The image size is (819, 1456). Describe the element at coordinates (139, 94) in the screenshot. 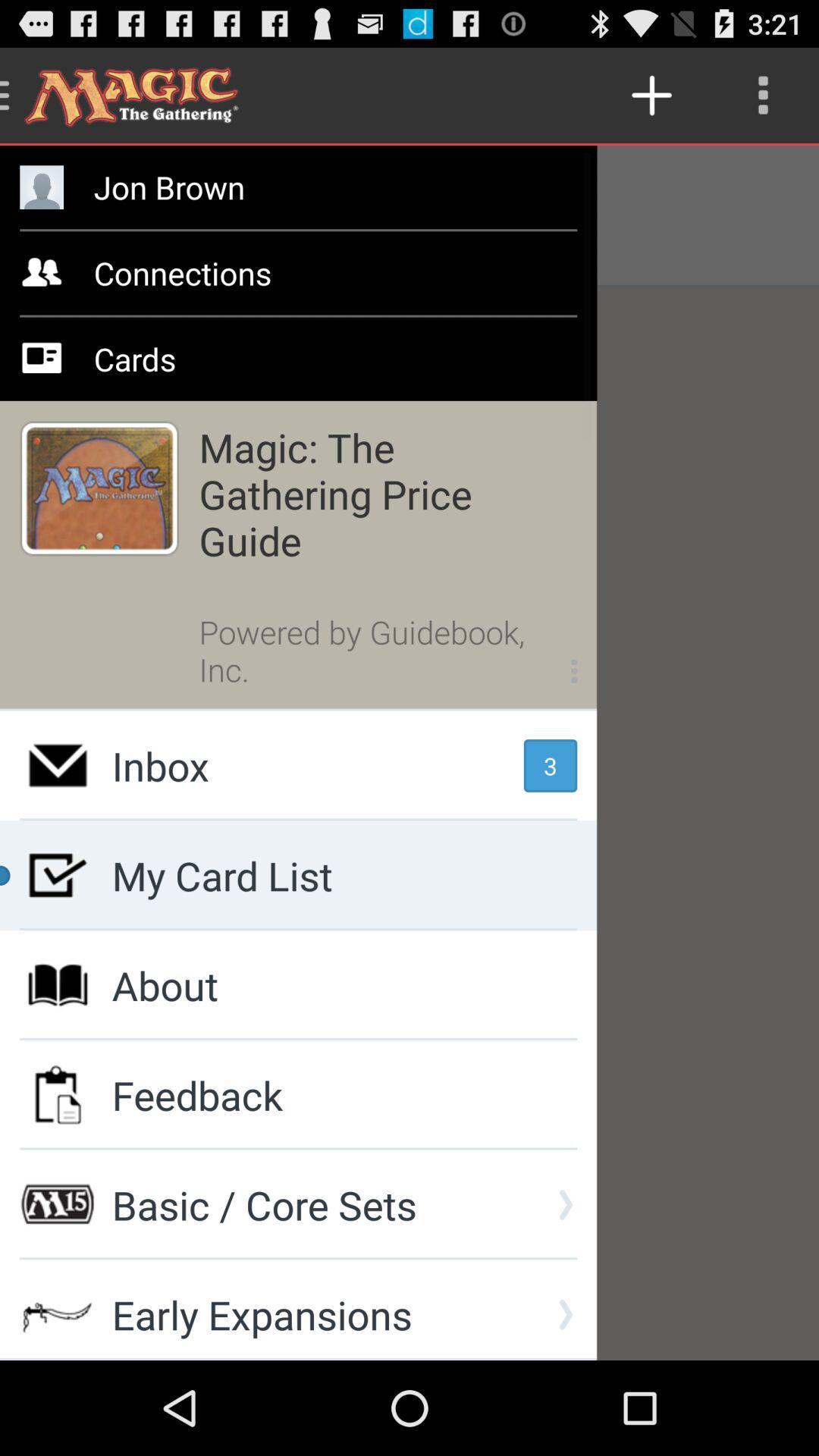

I see `the title at top left corner` at that location.